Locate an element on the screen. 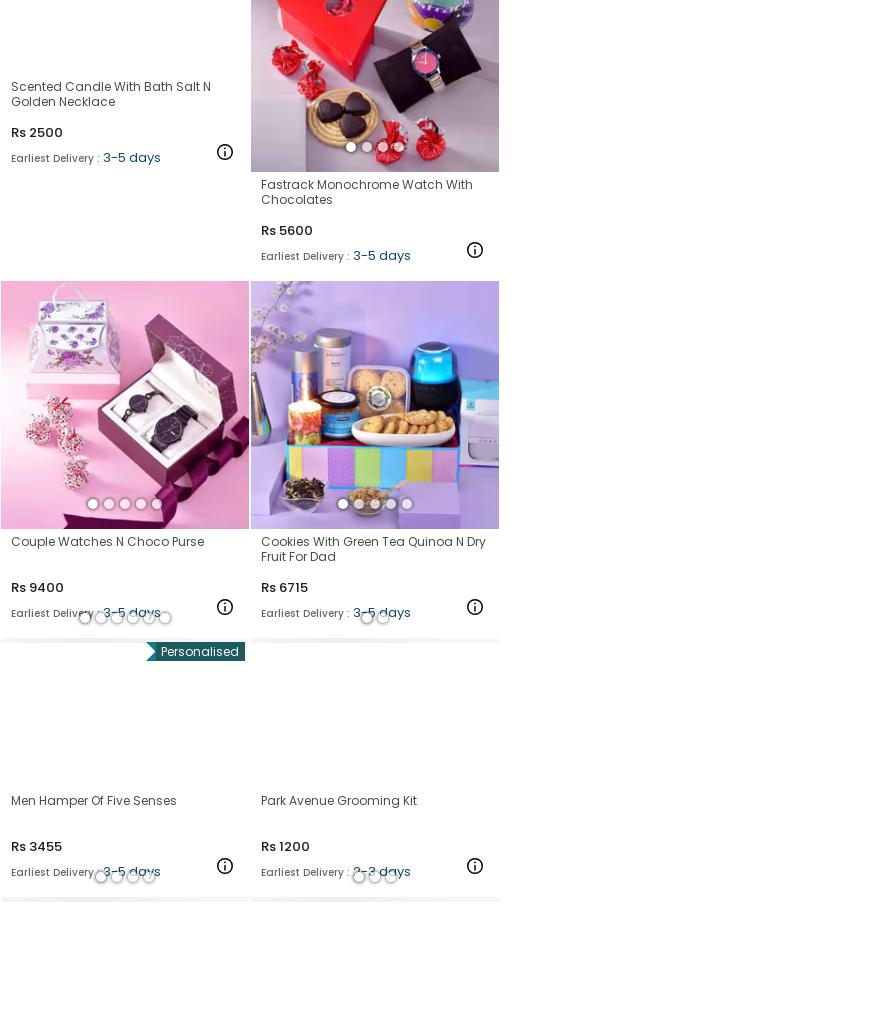 This screenshot has height=1022, width=890. 'Couple Watches N Choco Purse' is located at coordinates (106, 539).